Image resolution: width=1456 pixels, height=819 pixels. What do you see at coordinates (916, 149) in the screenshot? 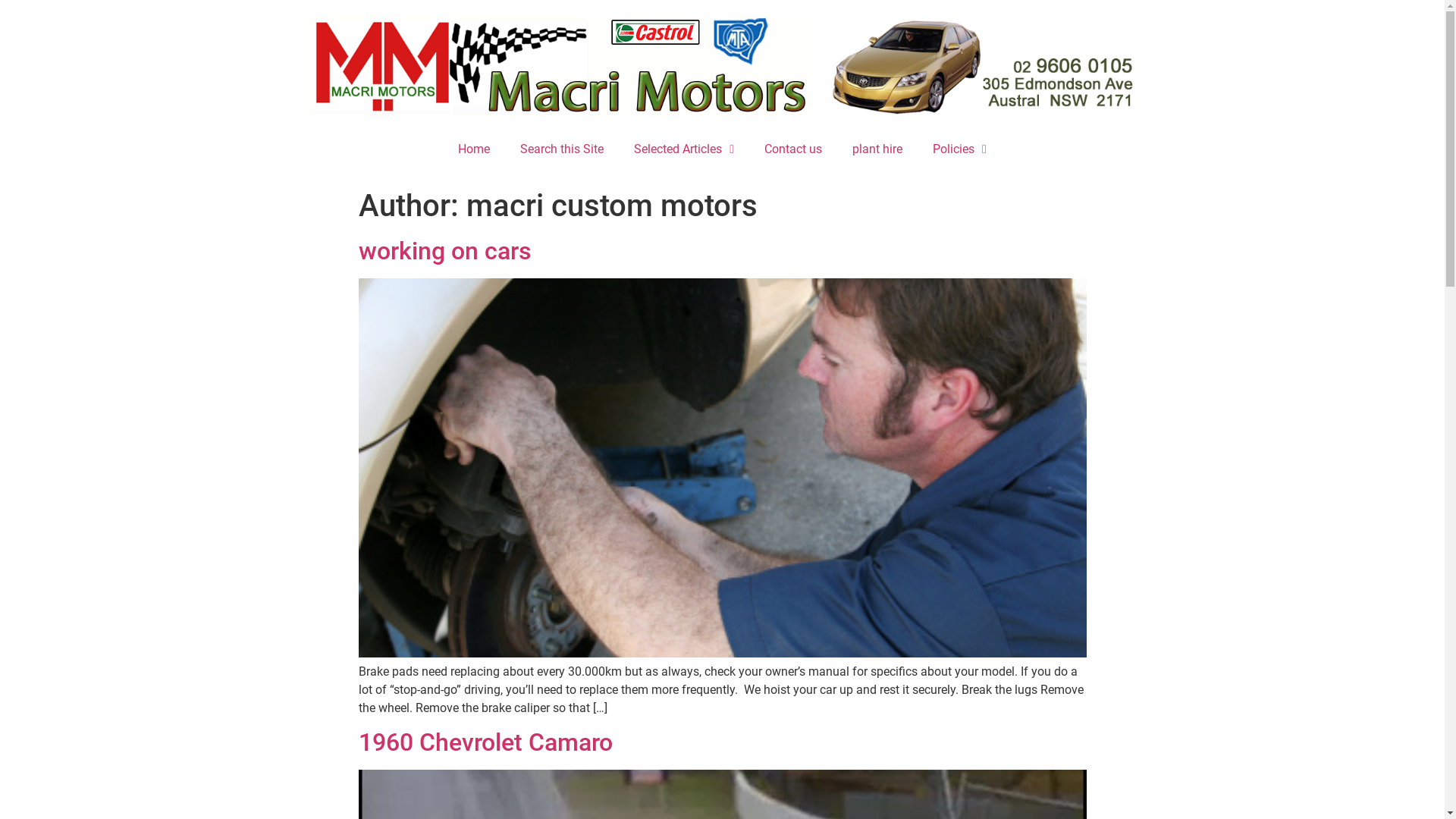
I see `'Policies'` at bounding box center [916, 149].